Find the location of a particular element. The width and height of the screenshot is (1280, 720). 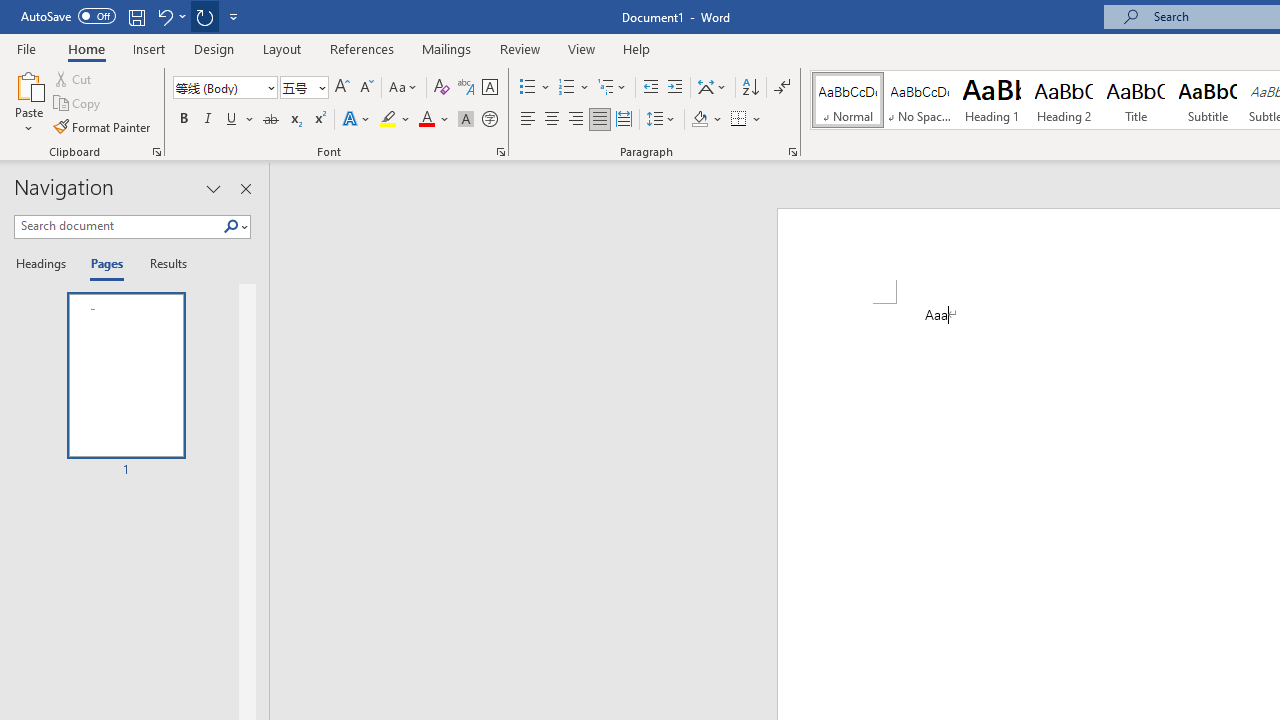

'Repeat Style' is located at coordinates (204, 16).